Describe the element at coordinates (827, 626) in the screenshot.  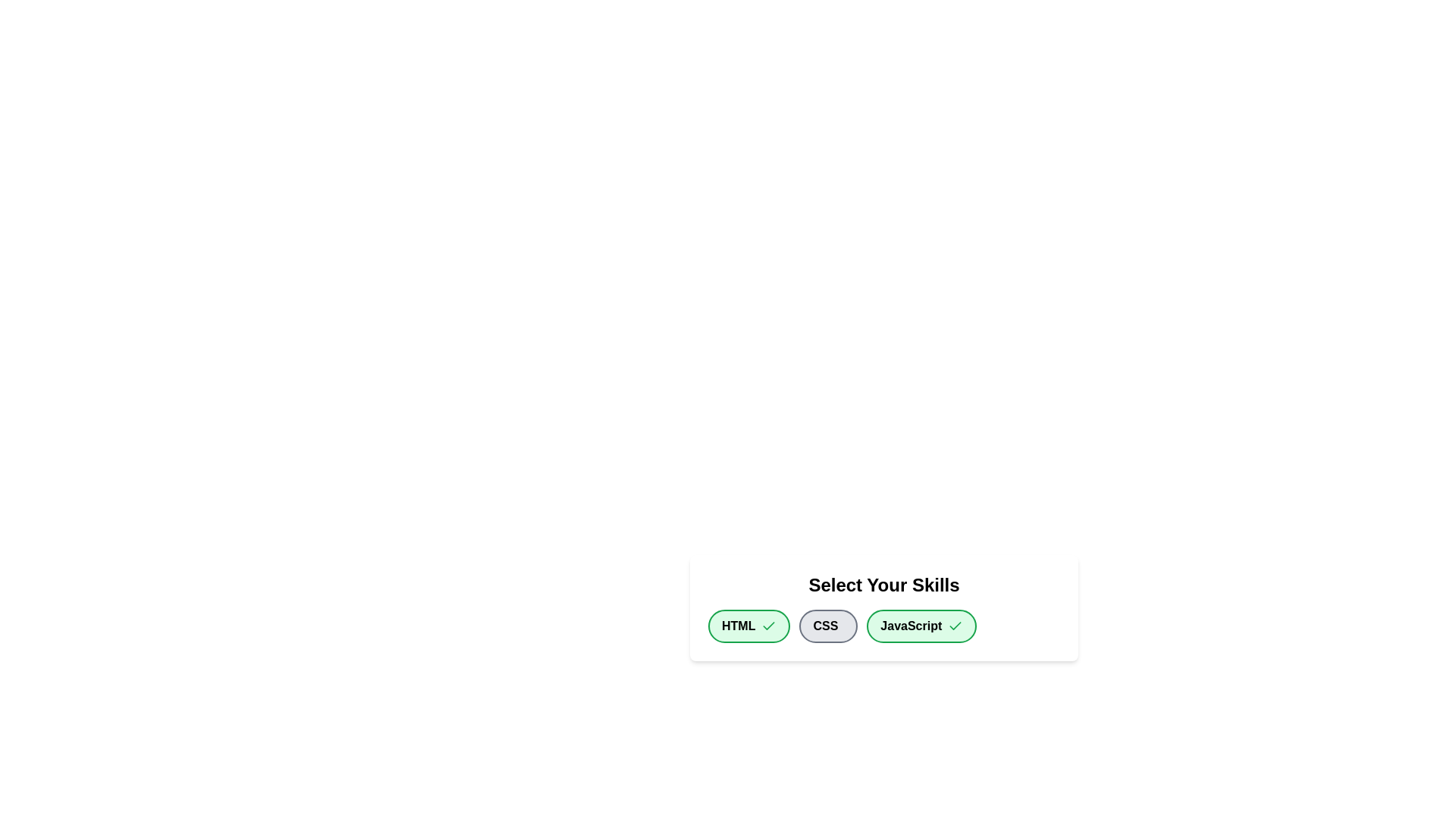
I see `the chip labeled CSS` at that location.